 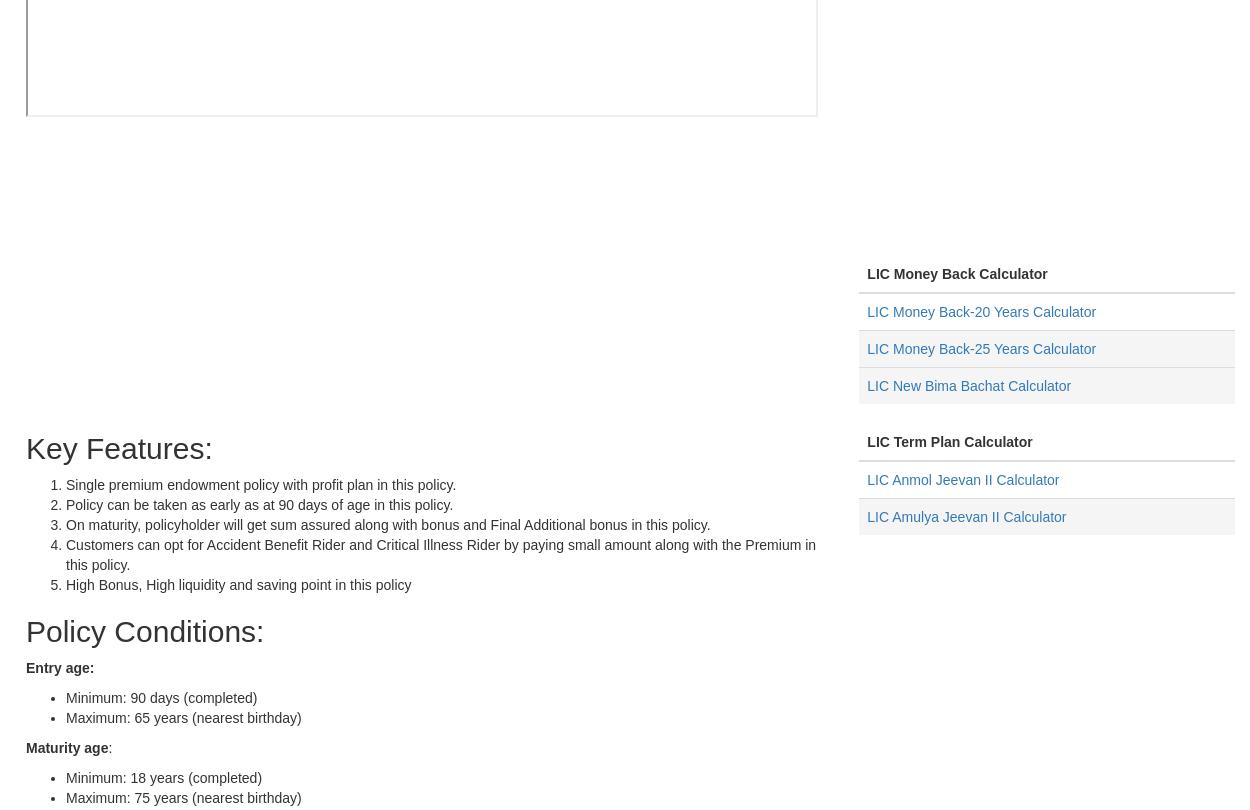 What do you see at coordinates (118, 448) in the screenshot?
I see `'Key Features:'` at bounding box center [118, 448].